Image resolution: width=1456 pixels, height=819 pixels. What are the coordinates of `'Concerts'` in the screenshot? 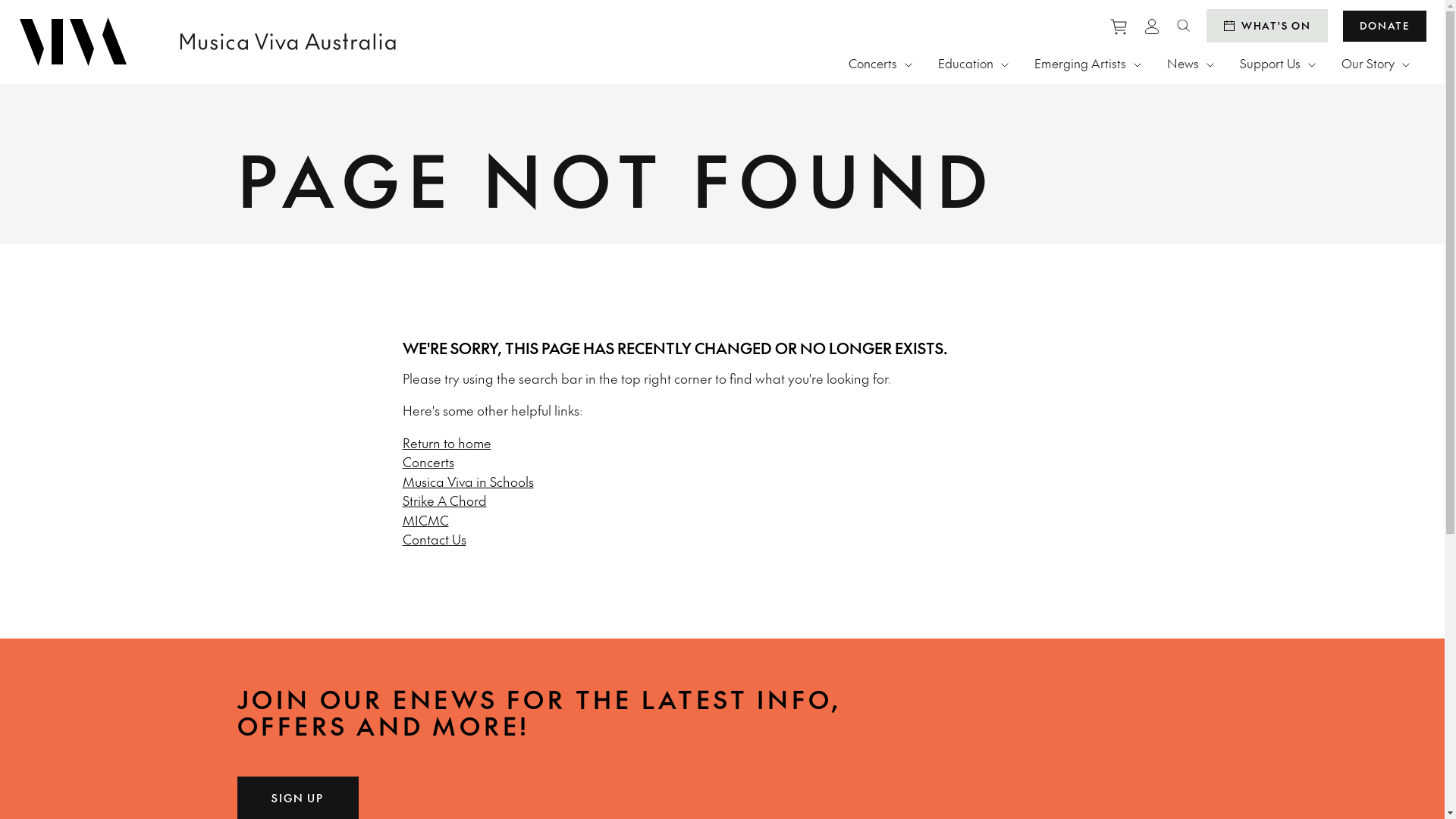 It's located at (880, 62).